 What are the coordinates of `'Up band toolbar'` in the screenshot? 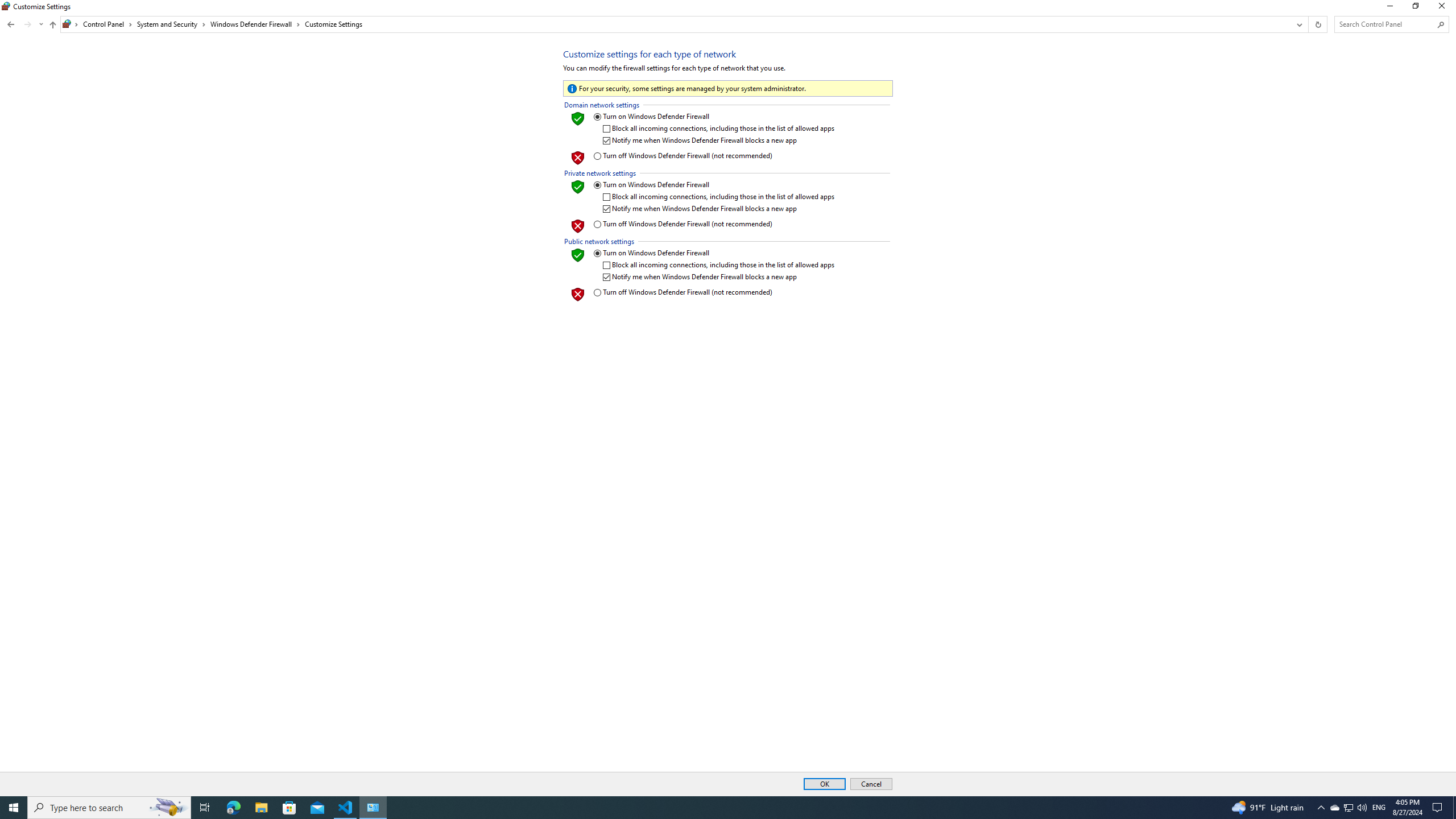 It's located at (53, 26).